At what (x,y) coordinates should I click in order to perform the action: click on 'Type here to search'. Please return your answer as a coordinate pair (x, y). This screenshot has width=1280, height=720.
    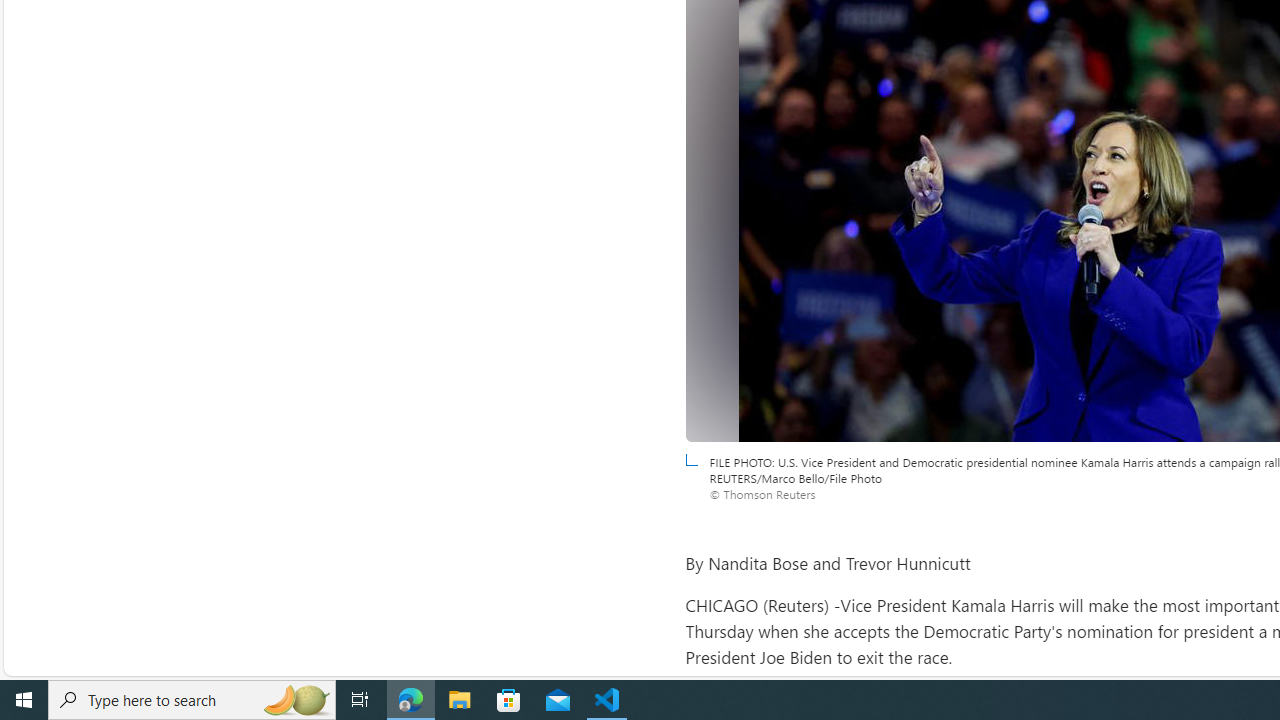
    Looking at the image, I should click on (192, 698).